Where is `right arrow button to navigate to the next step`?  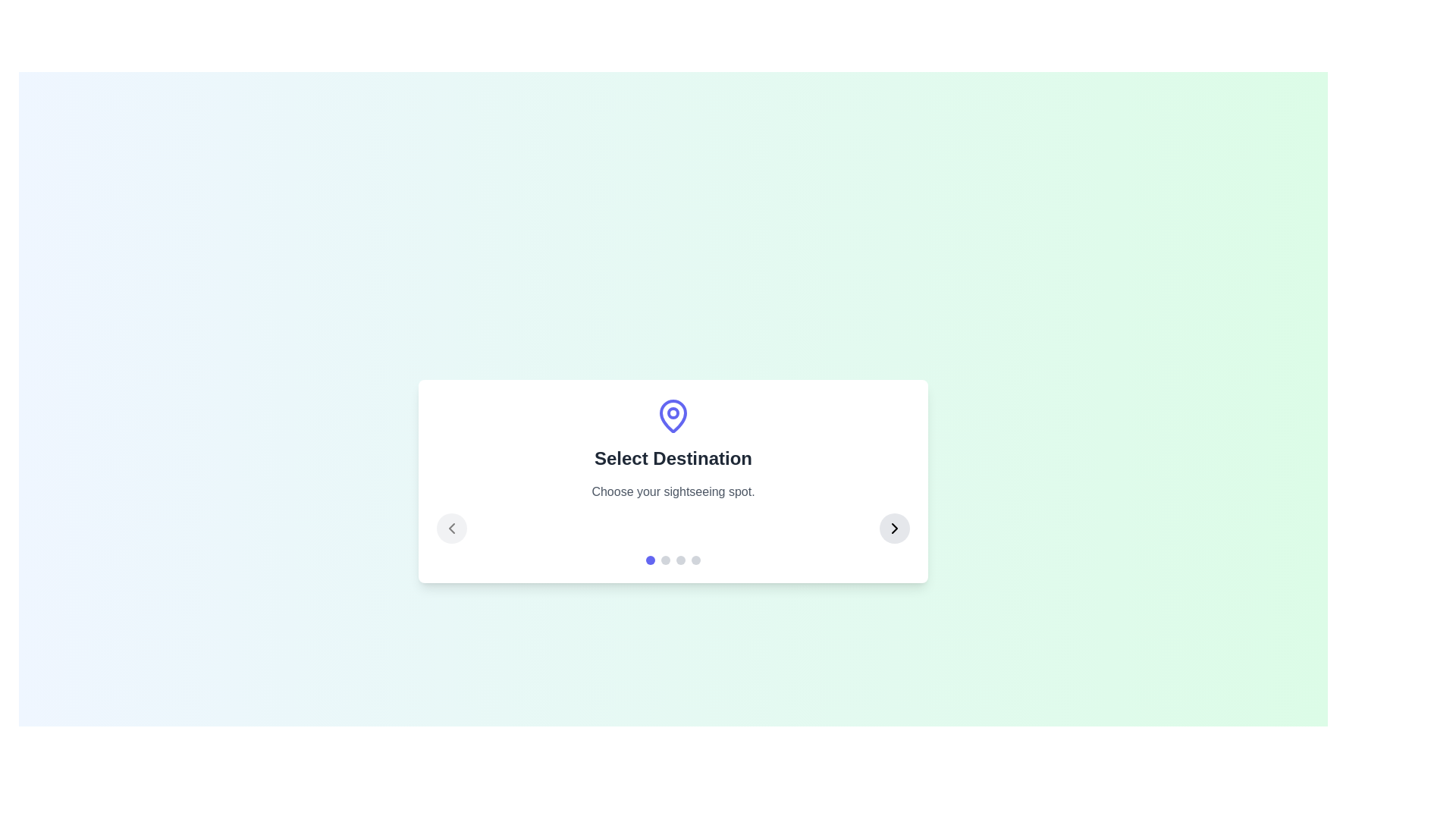
right arrow button to navigate to the next step is located at coordinates (895, 528).